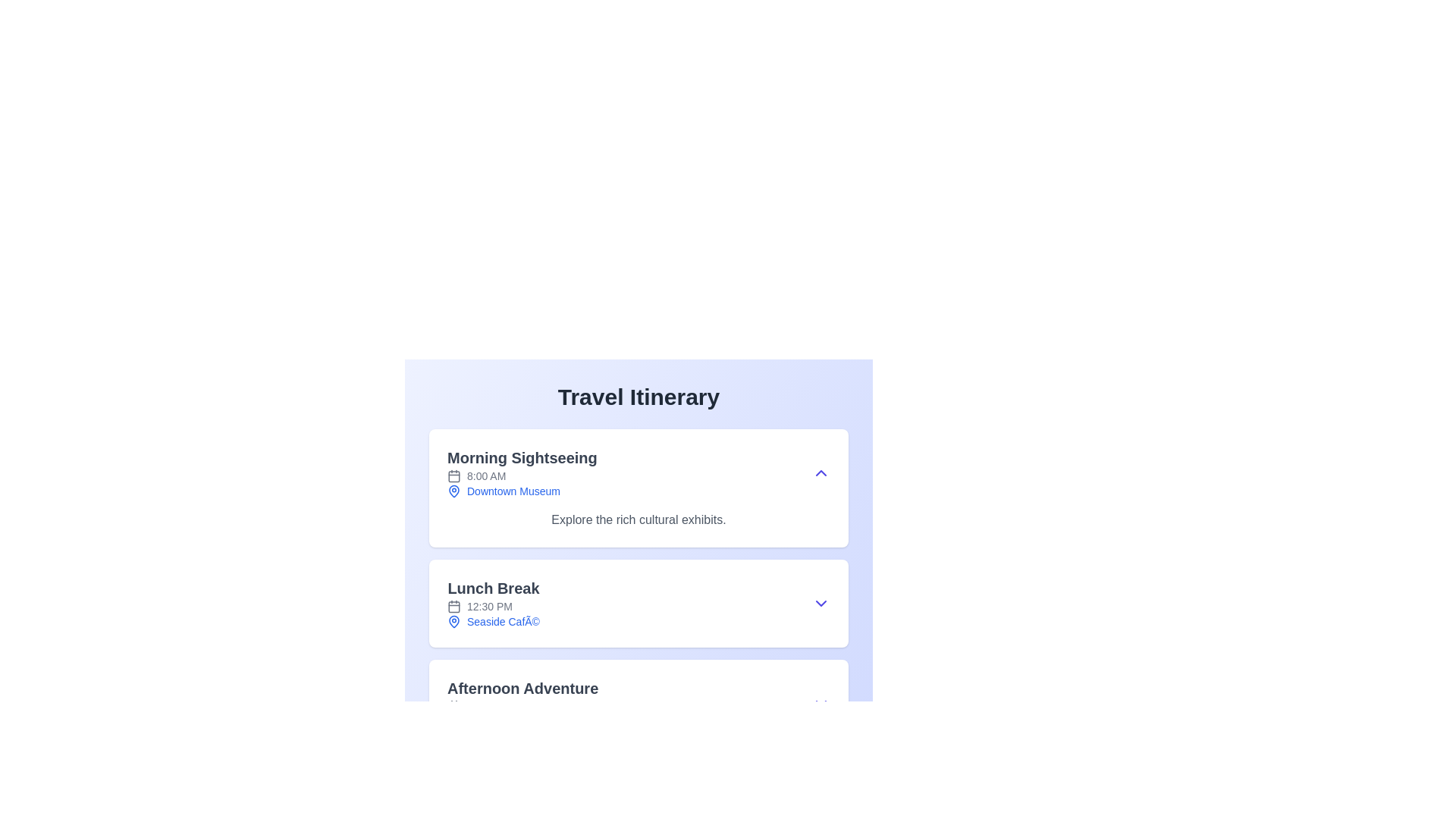 The image size is (1456, 819). What do you see at coordinates (821, 472) in the screenshot?
I see `the toggle button for expanding or collapsing details related to the 'Morning Sightseeing' activity, positioned to the far-right of the section` at bounding box center [821, 472].